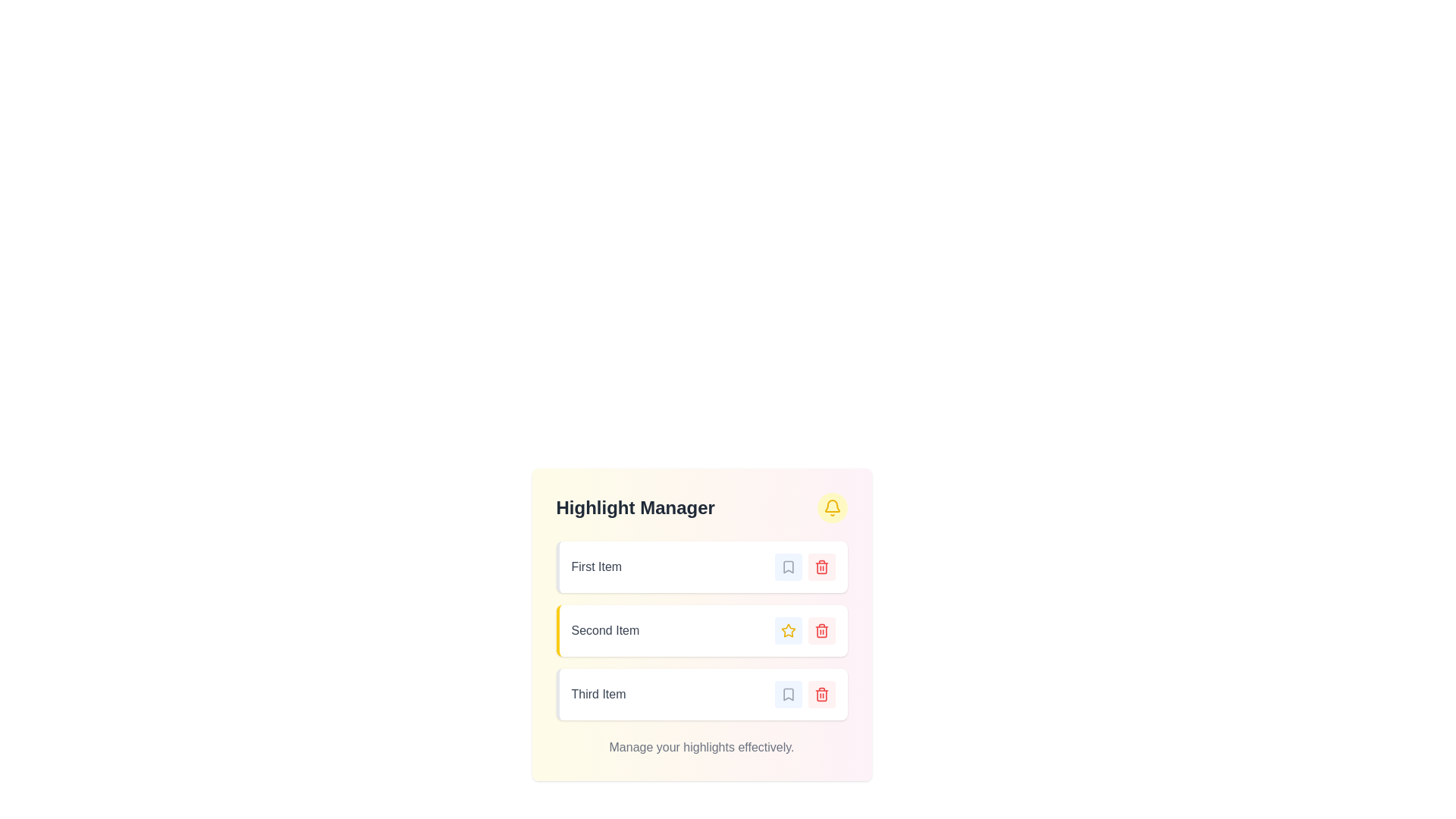 Image resolution: width=1456 pixels, height=819 pixels. I want to click on the delete button located to the far right of the 'Second Item' entry in the 'Highlight Manager' section, so click(821, 631).